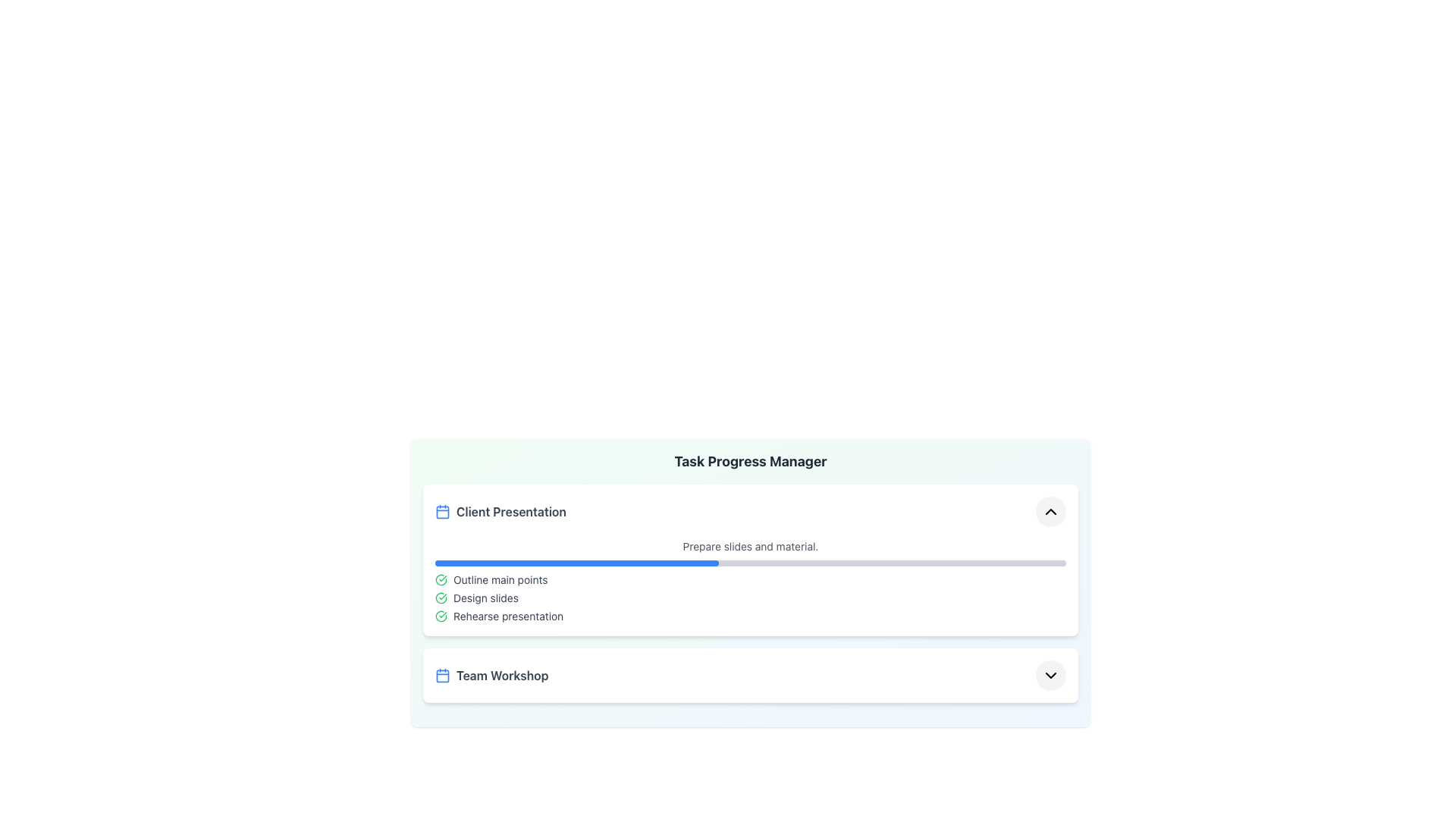  I want to click on the calendar icon representing scheduling functionality, which is located to the left of the 'Team Workshop' text label in the 'Task Progress Manager' card layout, so click(442, 675).